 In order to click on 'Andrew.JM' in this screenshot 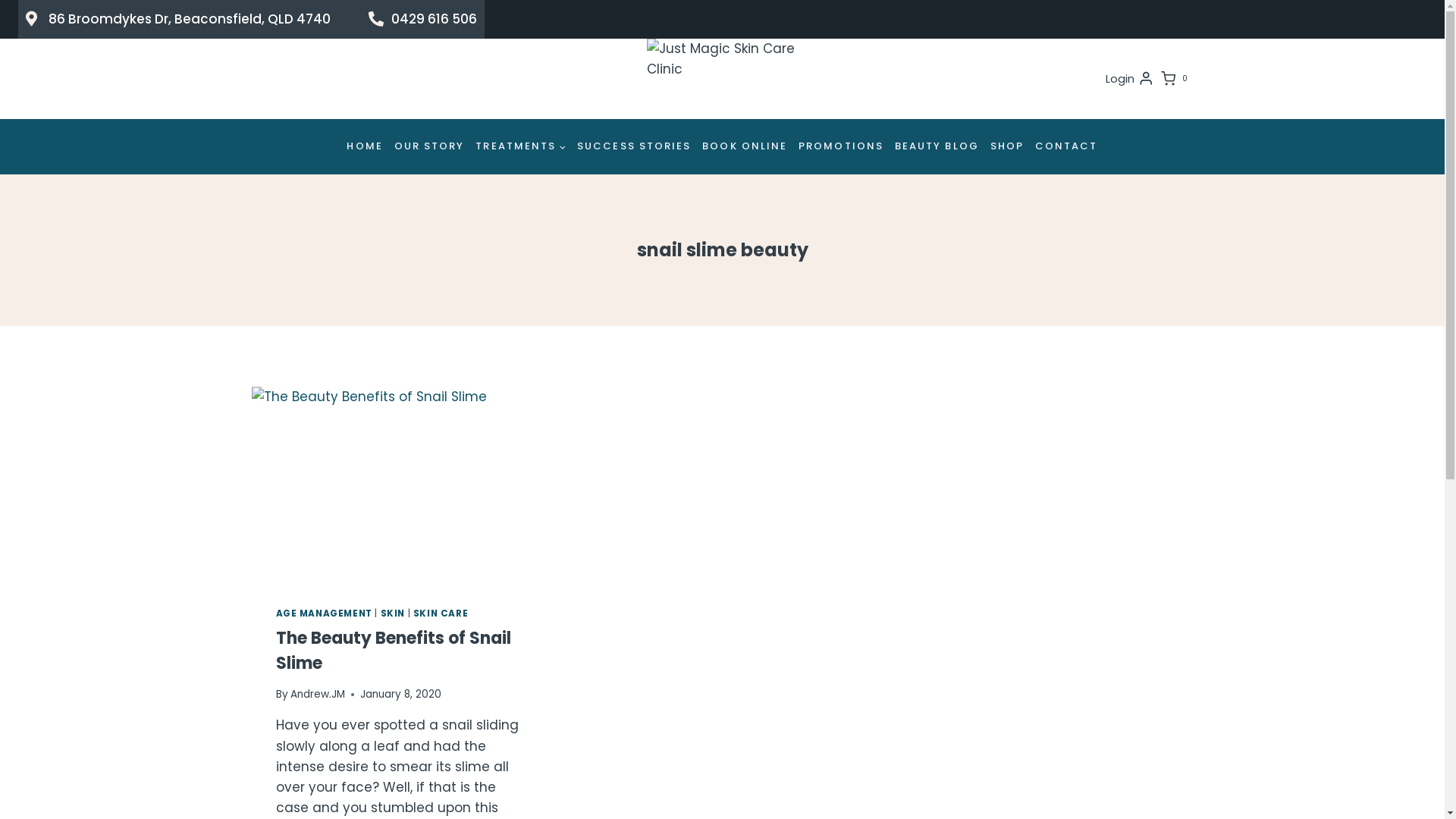, I will do `click(316, 694)`.